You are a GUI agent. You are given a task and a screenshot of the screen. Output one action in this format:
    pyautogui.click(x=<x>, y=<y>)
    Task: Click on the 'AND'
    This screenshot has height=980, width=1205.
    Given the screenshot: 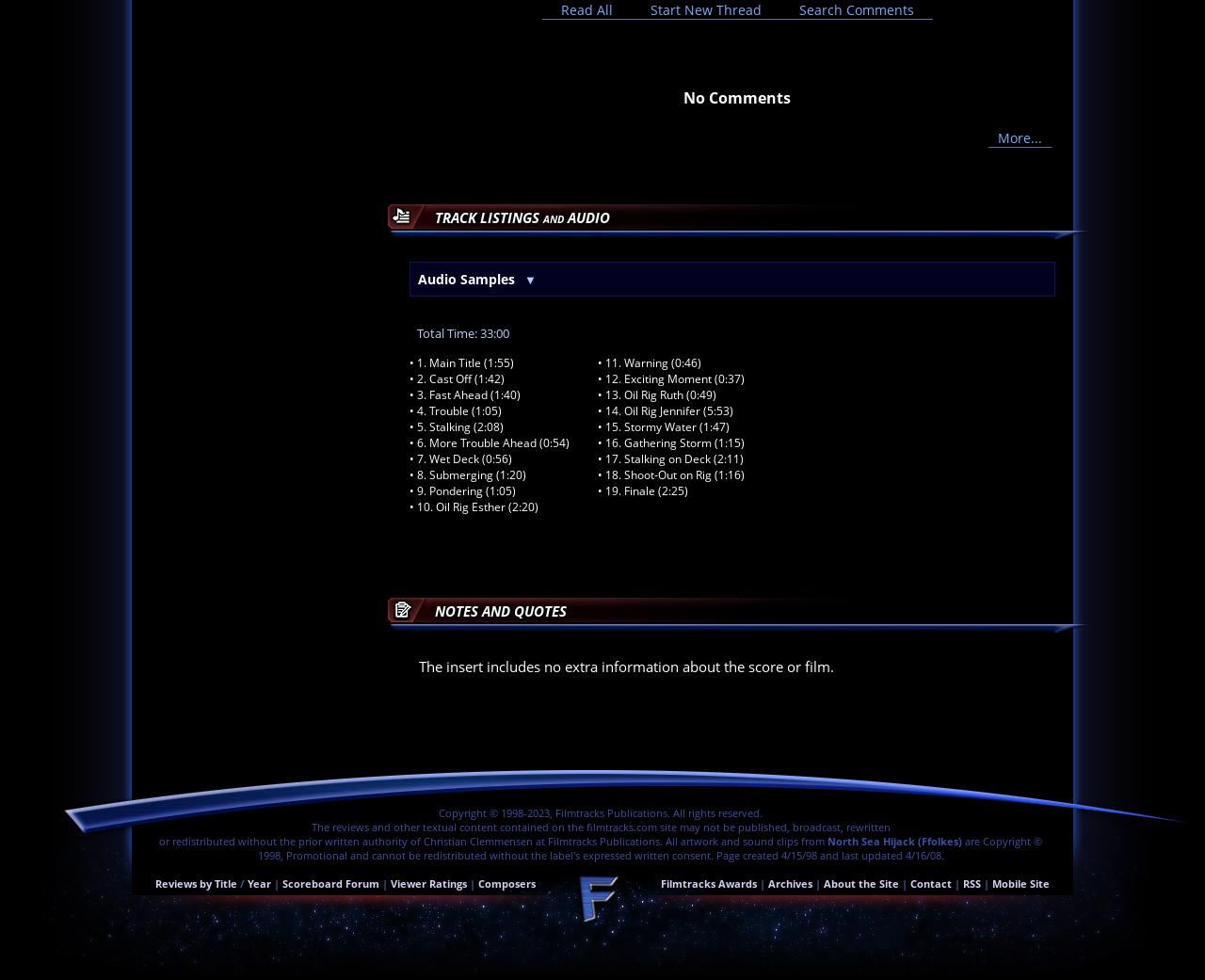 What is the action you would take?
    pyautogui.click(x=553, y=217)
    